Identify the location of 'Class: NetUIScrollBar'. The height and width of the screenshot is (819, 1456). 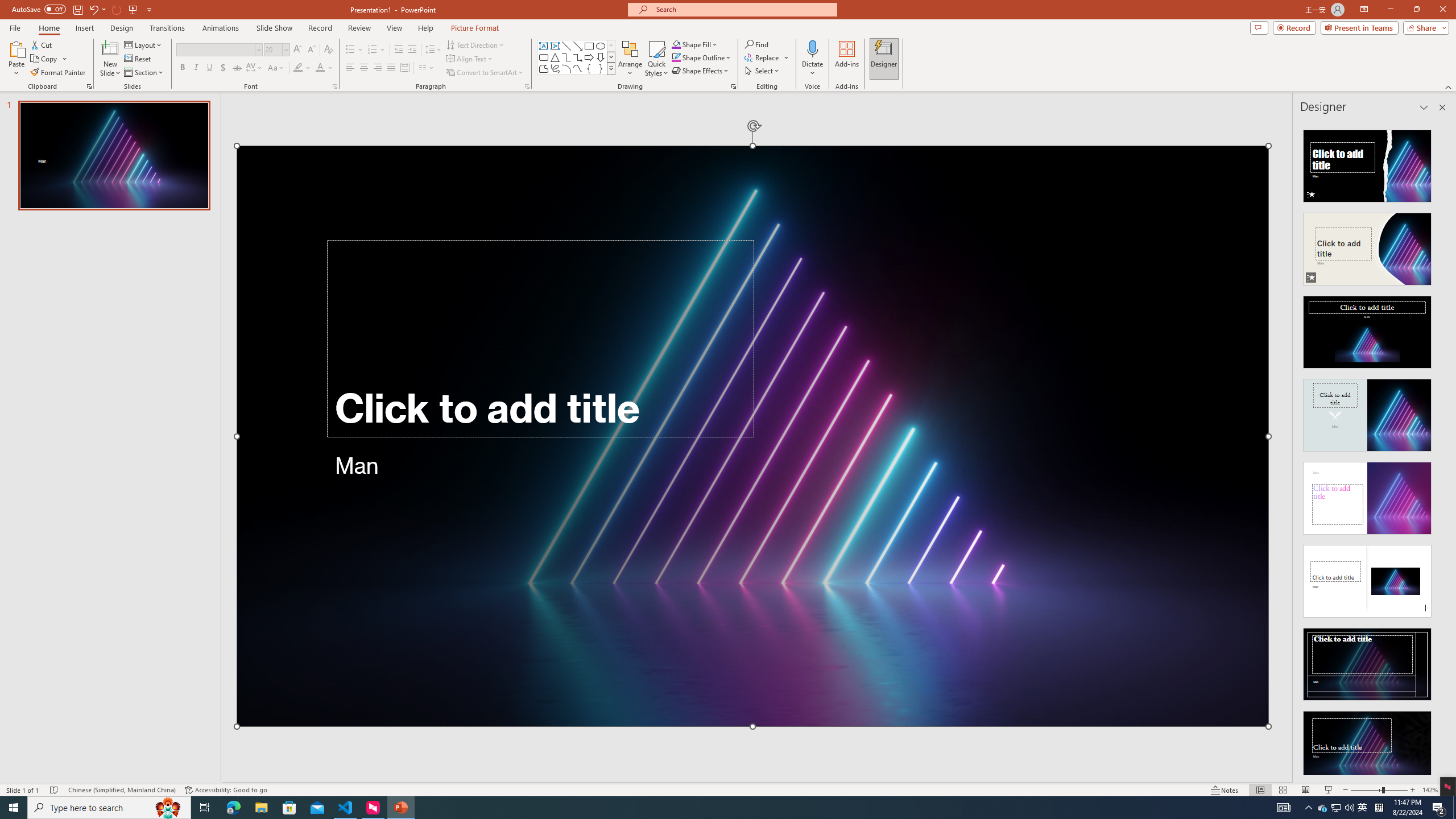
(1441, 447).